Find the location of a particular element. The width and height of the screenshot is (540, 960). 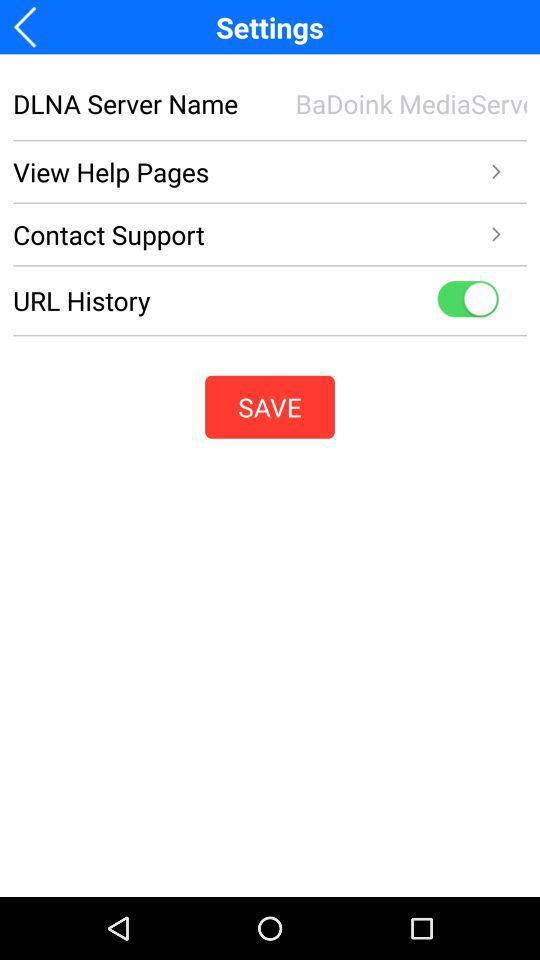

previous is located at coordinates (30, 26).